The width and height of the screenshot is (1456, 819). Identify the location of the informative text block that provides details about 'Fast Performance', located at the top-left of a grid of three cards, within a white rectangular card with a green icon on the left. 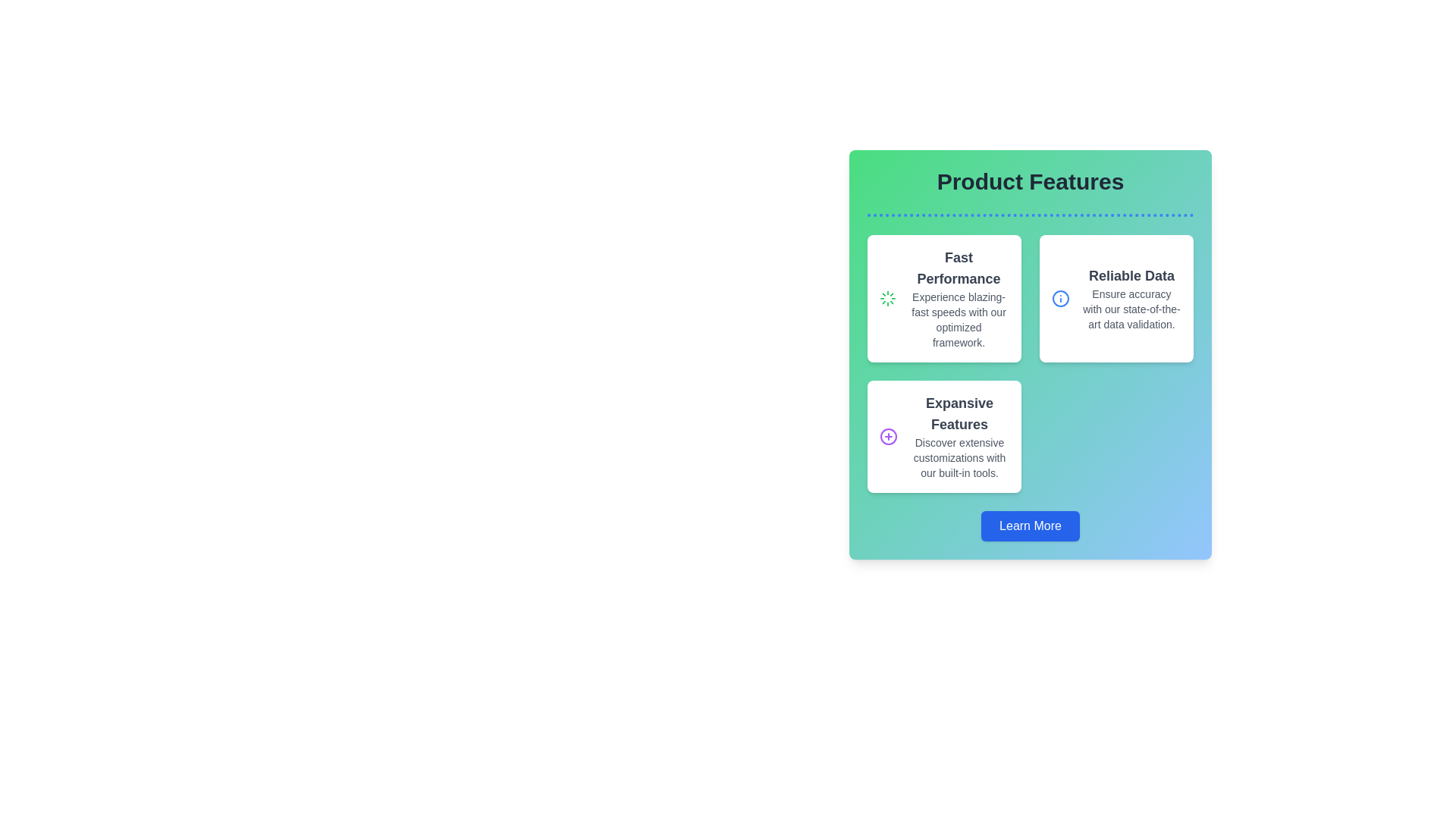
(958, 298).